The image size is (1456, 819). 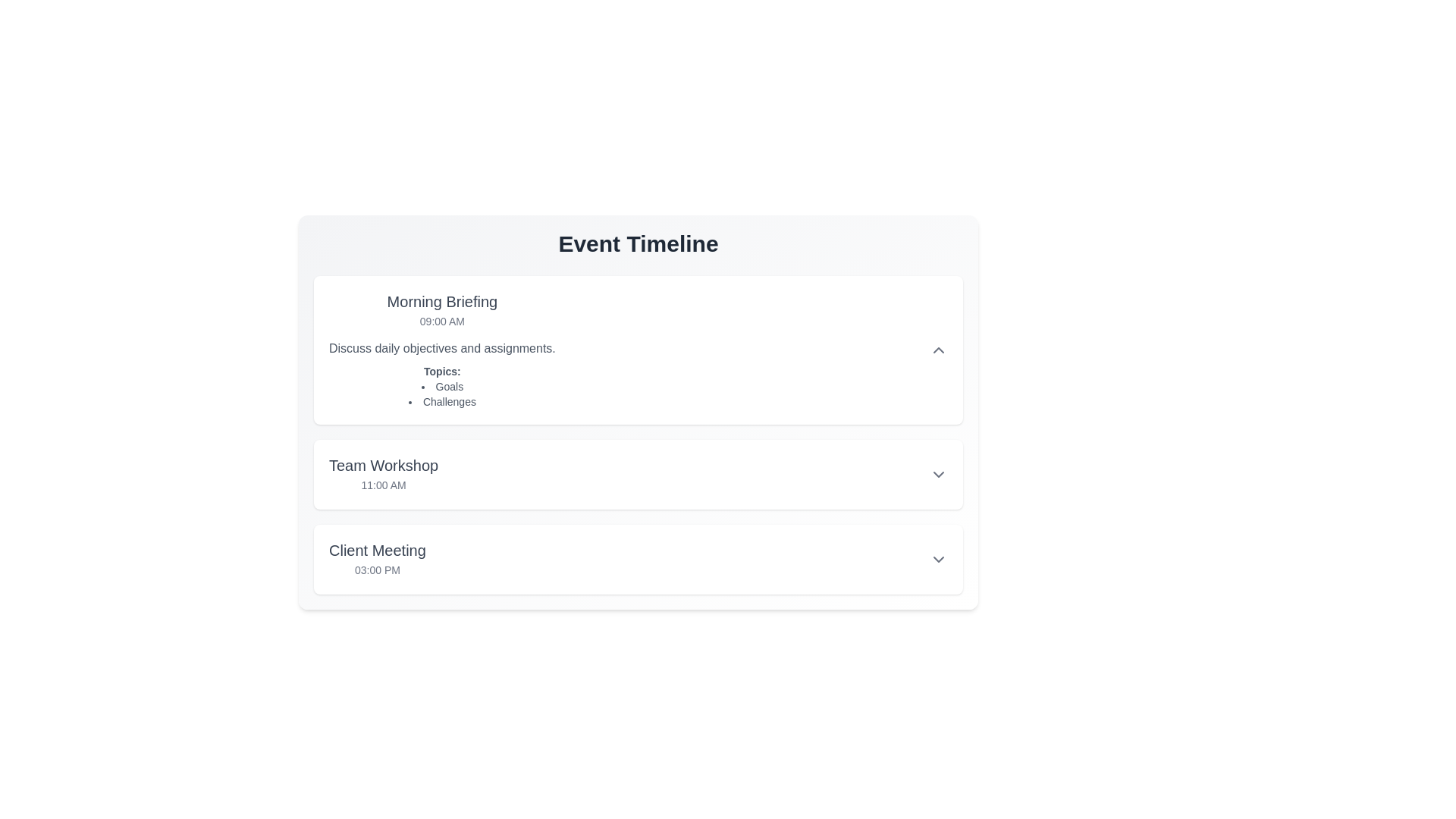 I want to click on the static text displaying '09:00 AM' for the 'Morning Briefing' event, located below the header and above the description paragraph, so click(x=441, y=321).